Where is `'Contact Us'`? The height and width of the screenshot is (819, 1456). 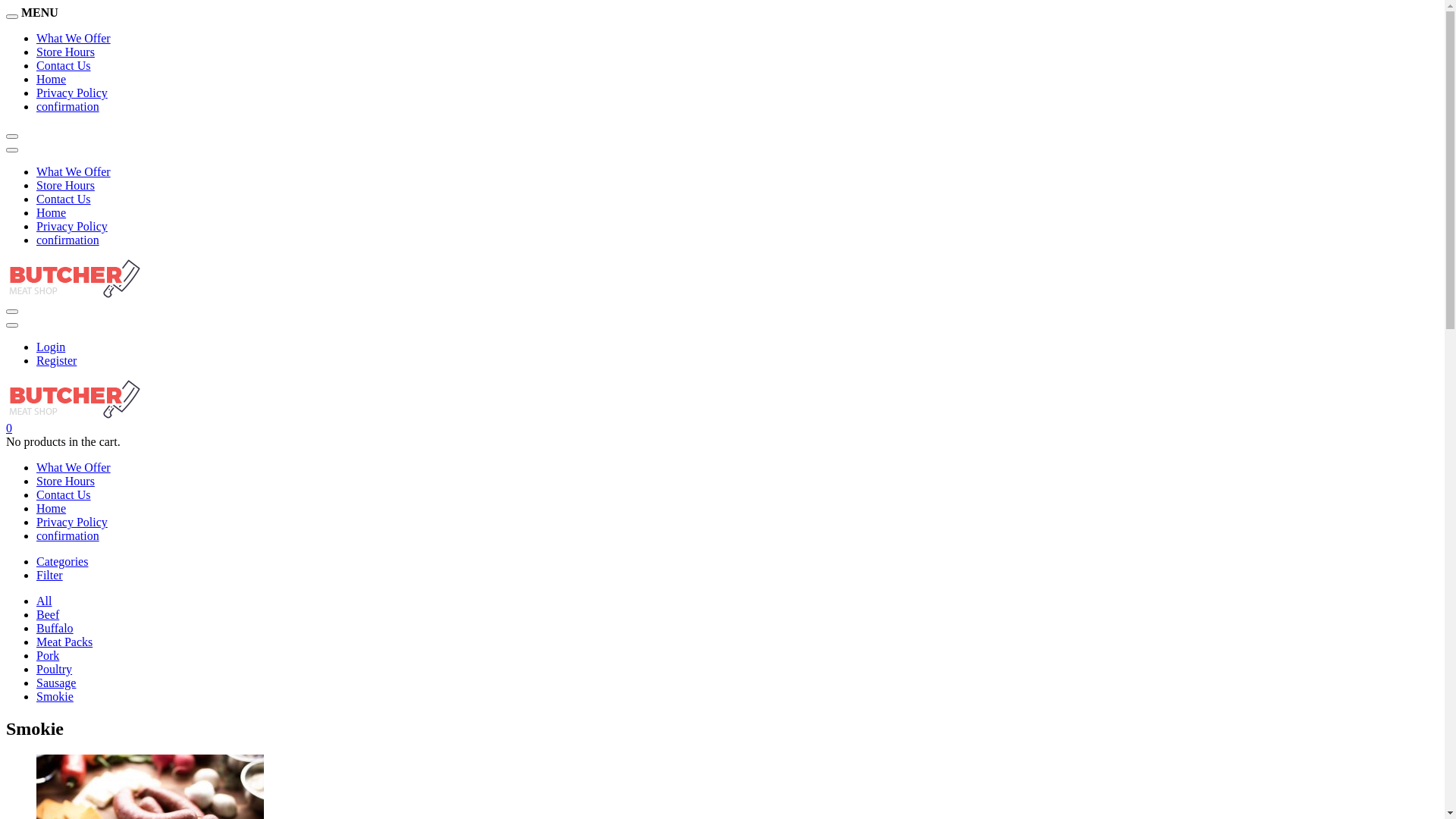 'Contact Us' is located at coordinates (62, 494).